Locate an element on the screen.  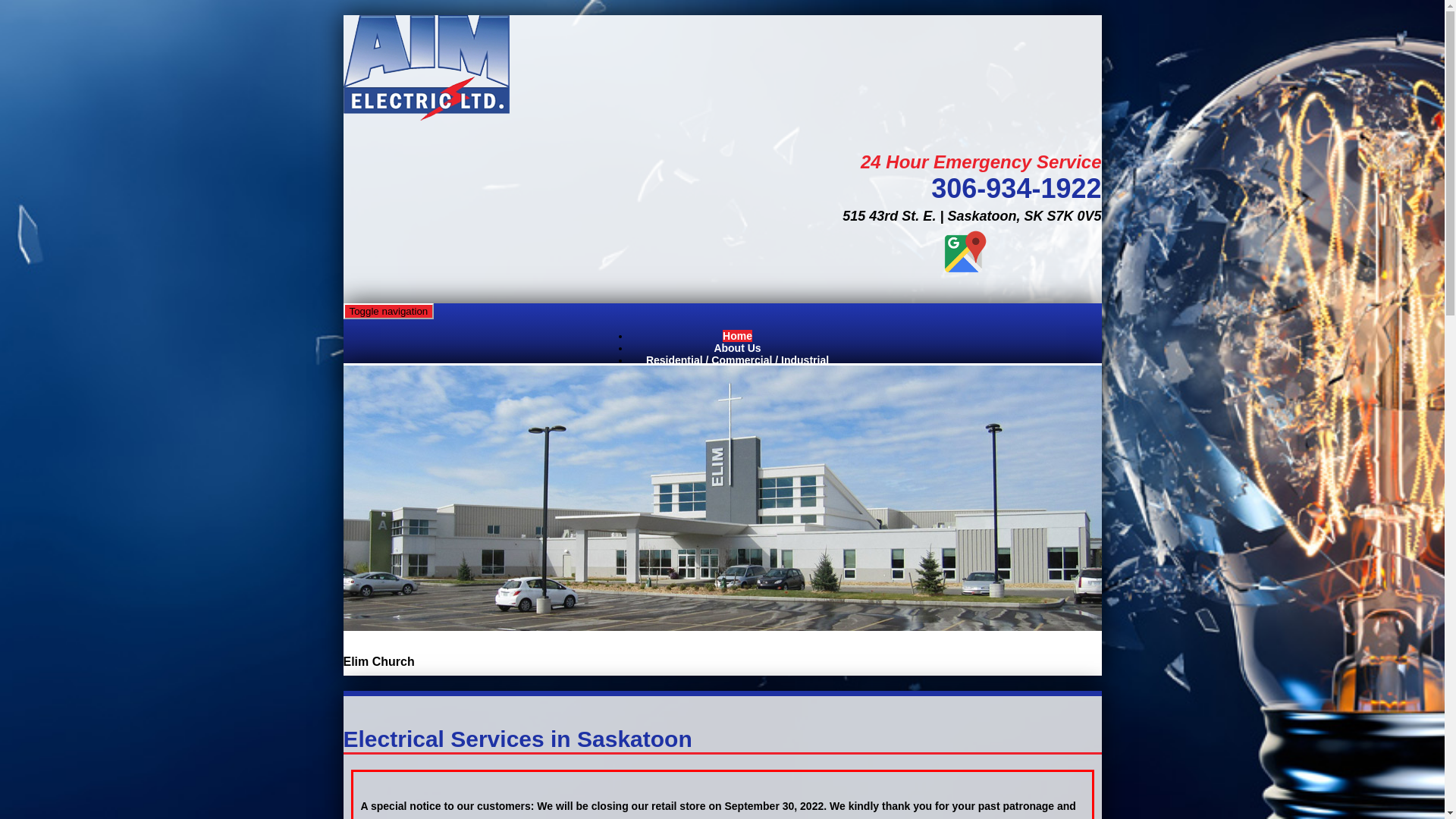
'Home' is located at coordinates (737, 335).